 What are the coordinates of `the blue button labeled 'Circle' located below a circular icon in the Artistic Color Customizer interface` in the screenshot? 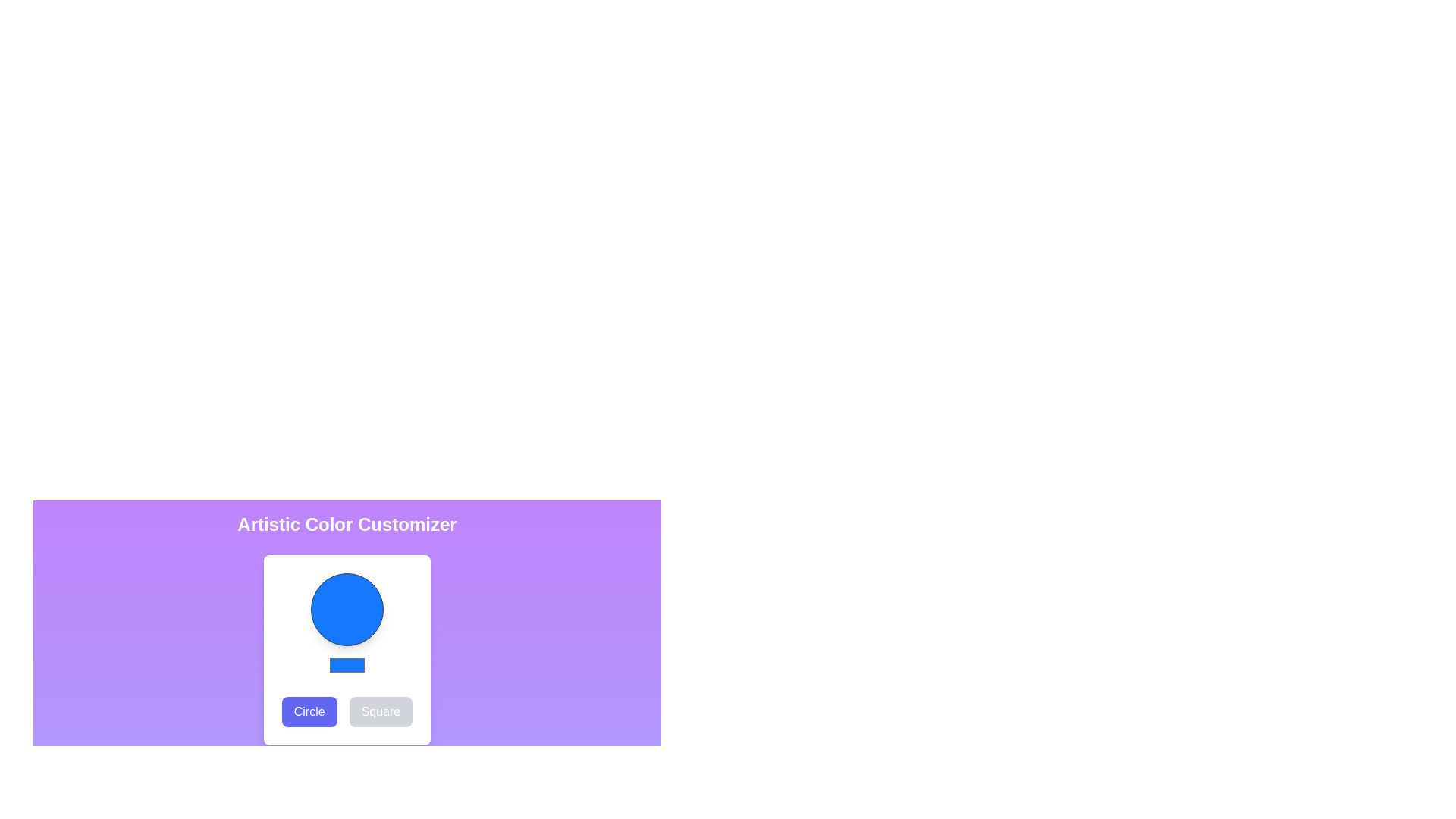 It's located at (309, 711).